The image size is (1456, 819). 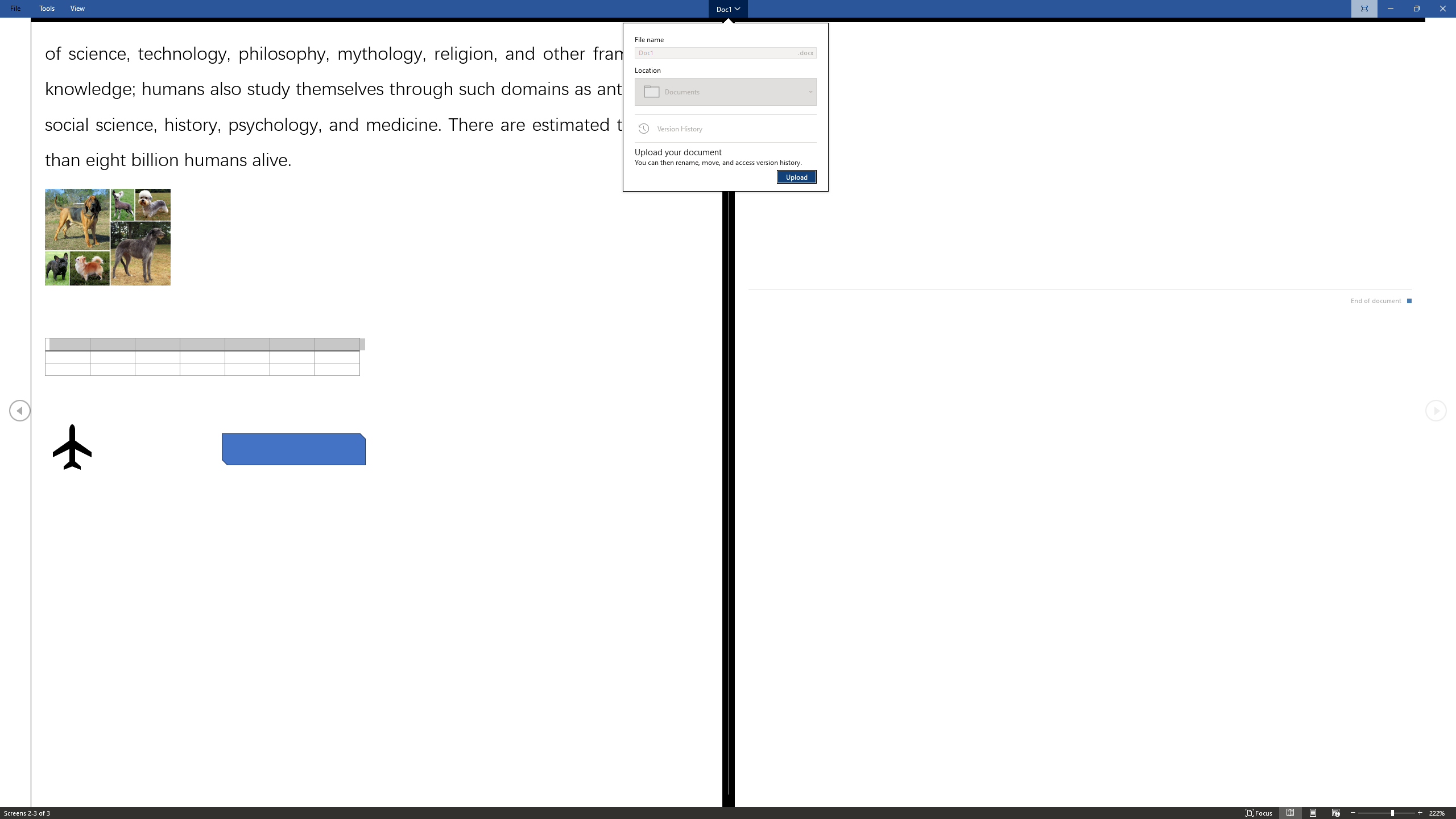 I want to click on 'Rectangle: Diagonal Corners Snipped 2', so click(x=292, y=448).